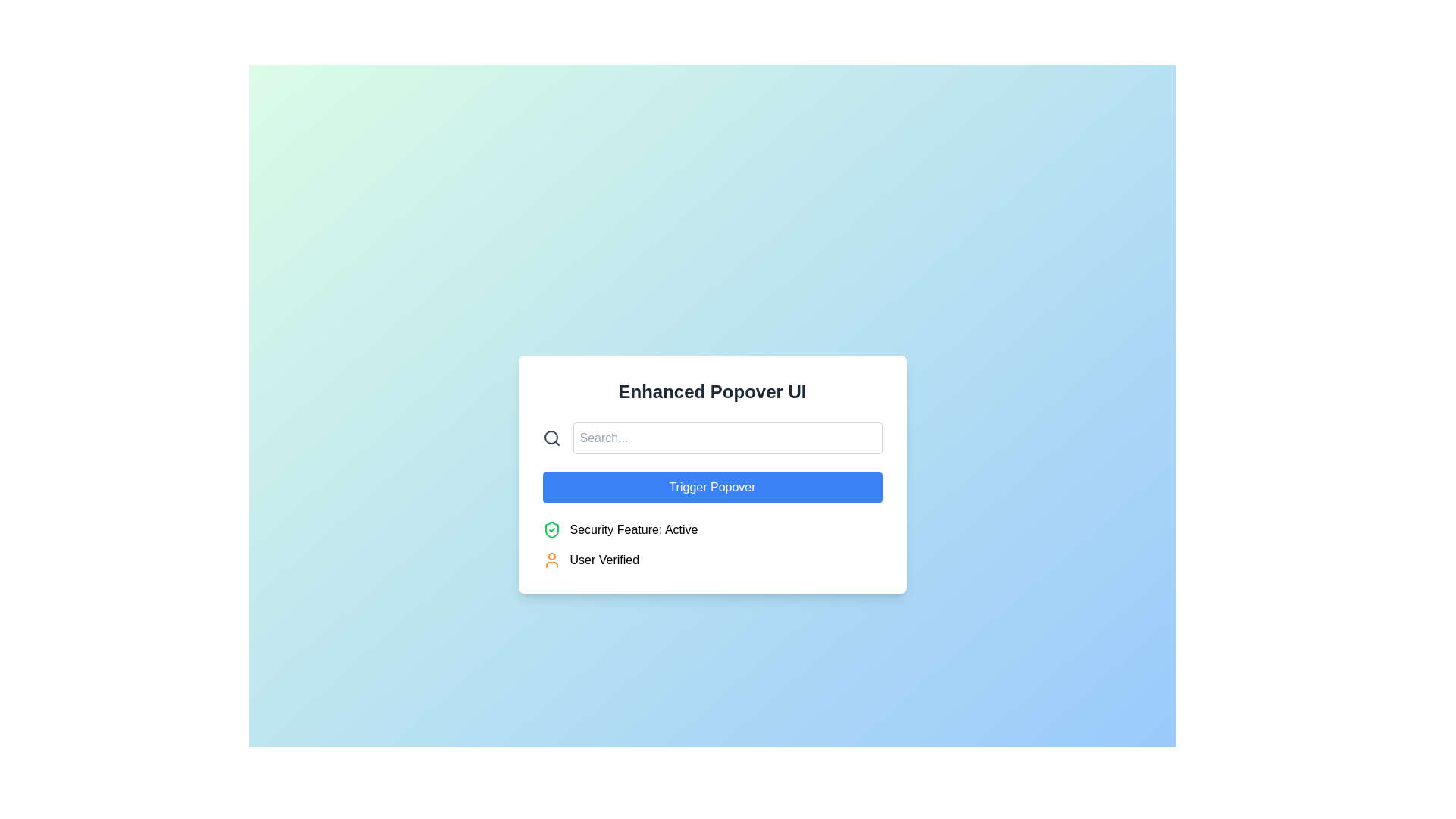 The width and height of the screenshot is (1456, 819). Describe the element at coordinates (711, 473) in the screenshot. I see `the 'Trigger Popover' button` at that location.